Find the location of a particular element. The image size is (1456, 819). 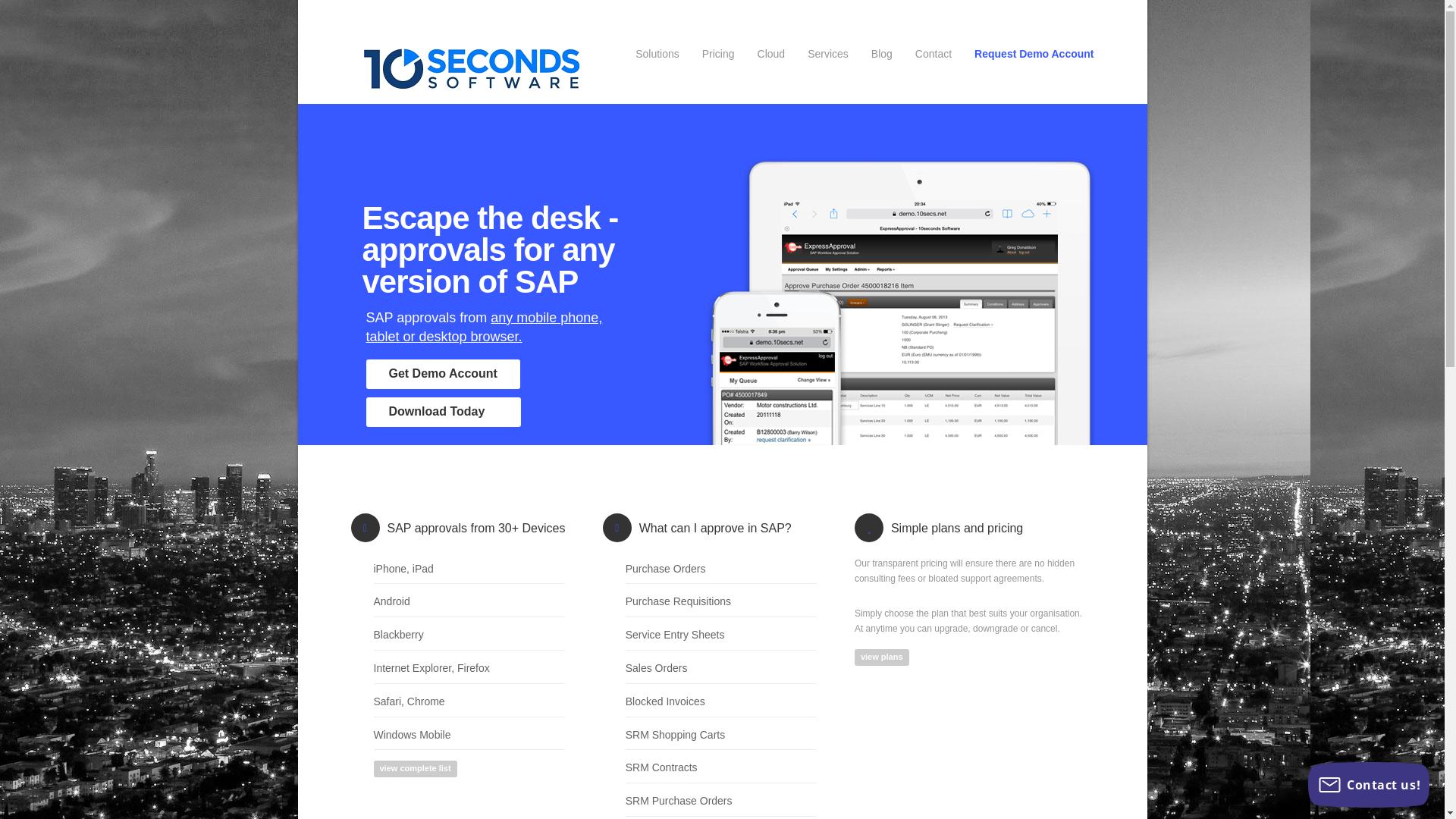

'Contact' is located at coordinates (914, 55).